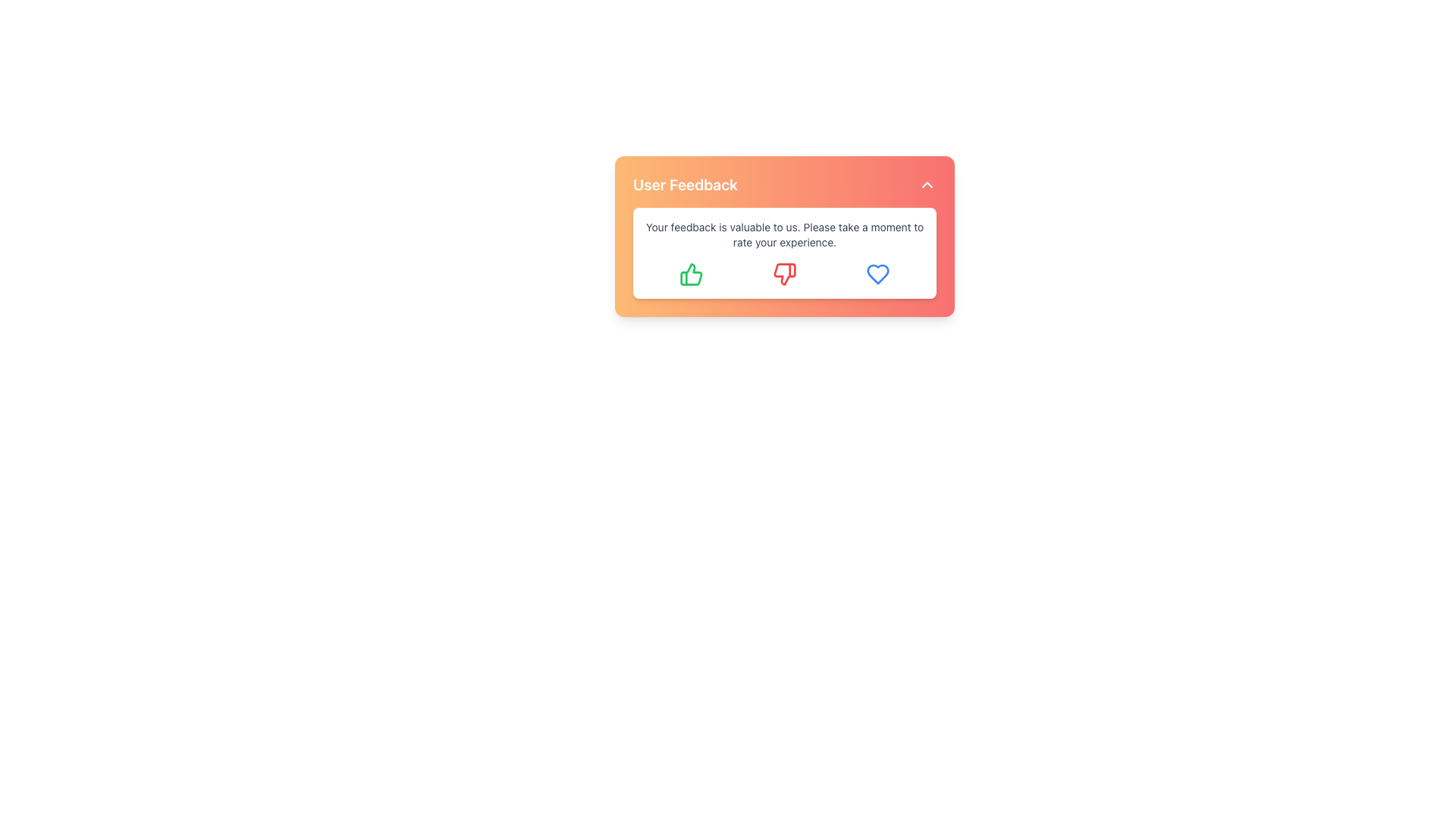 The height and width of the screenshot is (819, 1456). What do you see at coordinates (785, 253) in the screenshot?
I see `text content of the Informational Section, which is the second major section below 'User Feedback' with a white background and gray font` at bounding box center [785, 253].